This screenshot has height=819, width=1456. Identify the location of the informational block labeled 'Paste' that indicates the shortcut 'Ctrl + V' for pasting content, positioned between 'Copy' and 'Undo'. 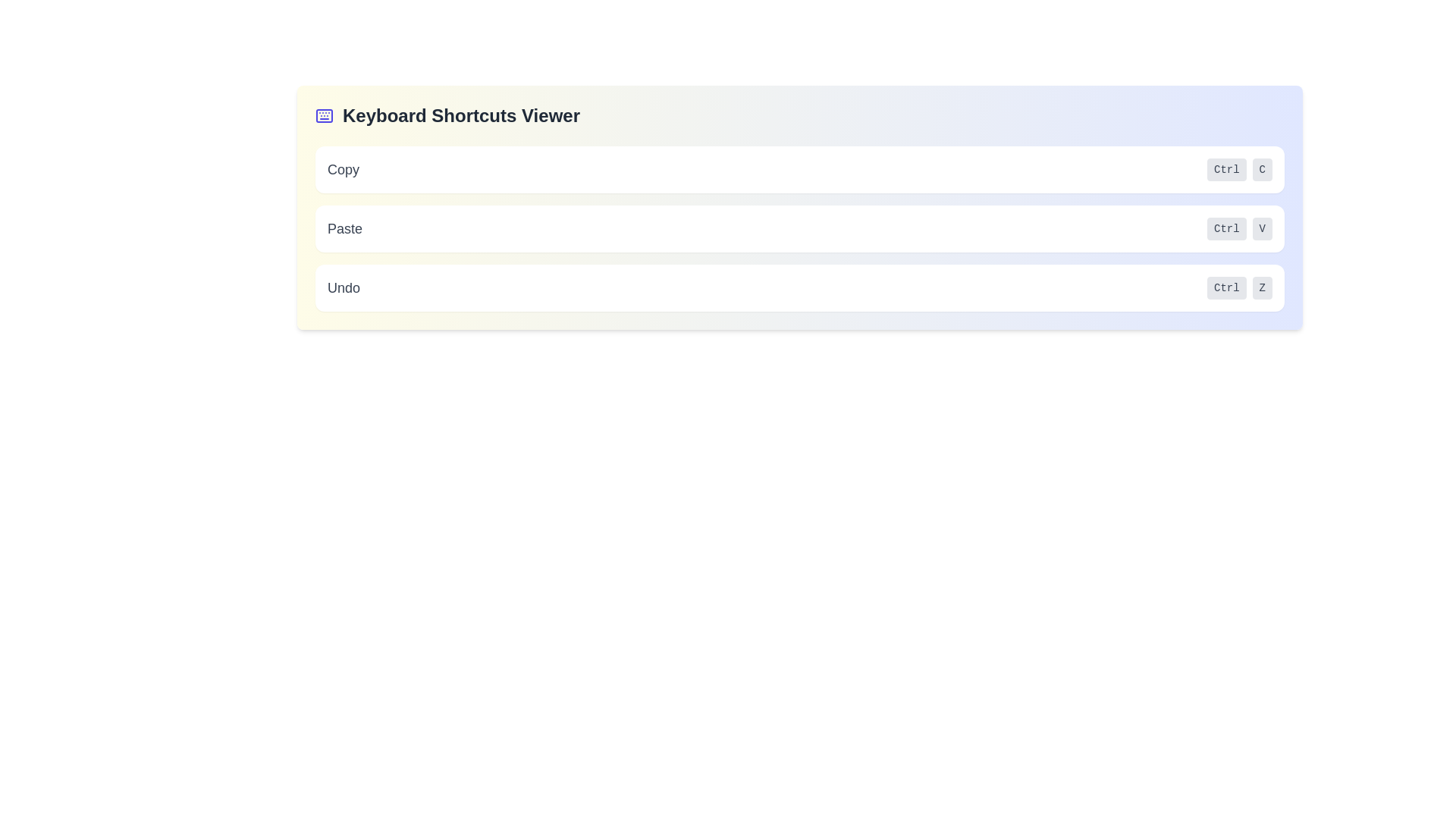
(799, 228).